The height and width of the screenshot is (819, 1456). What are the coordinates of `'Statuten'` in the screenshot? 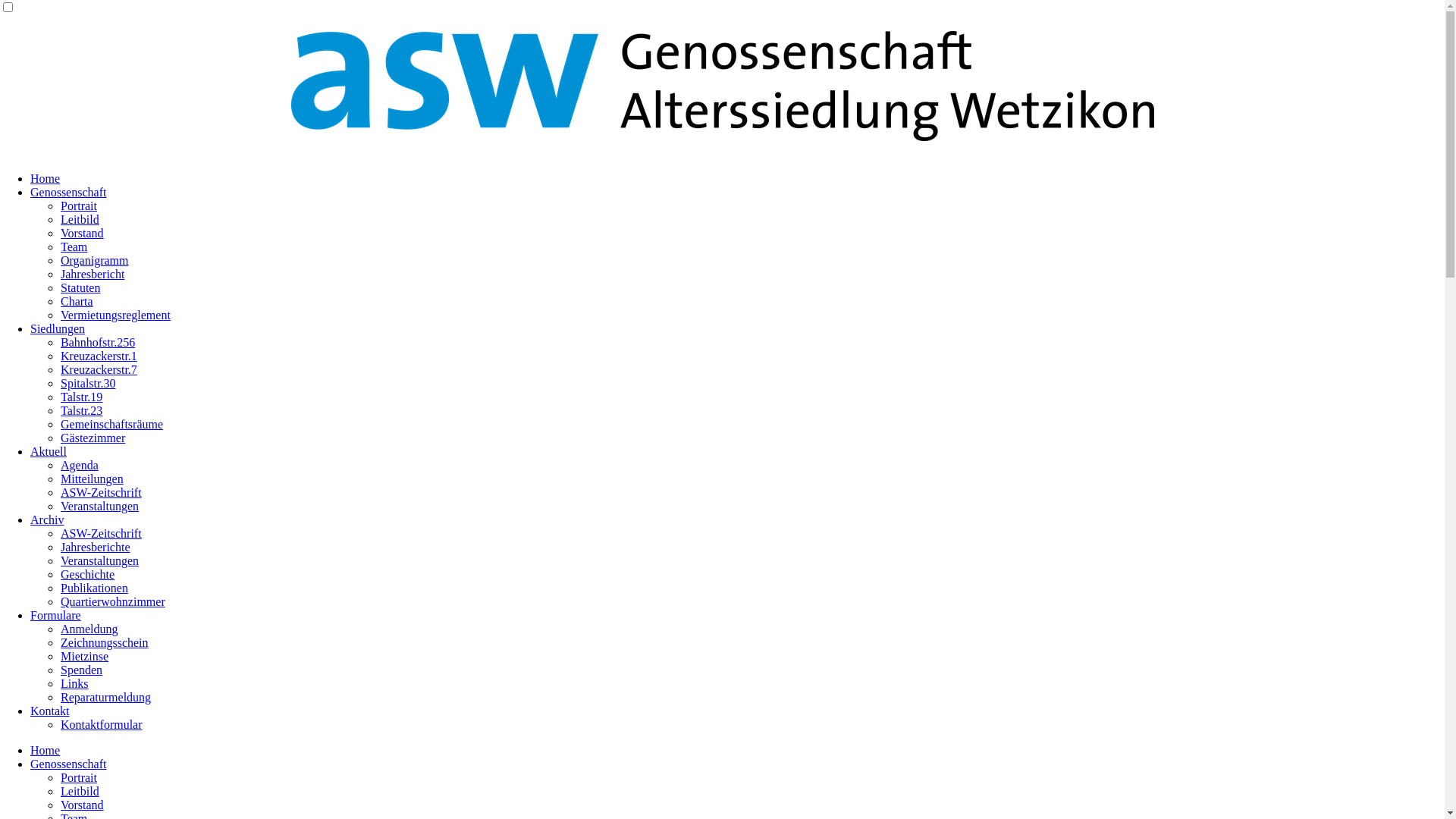 It's located at (79, 287).